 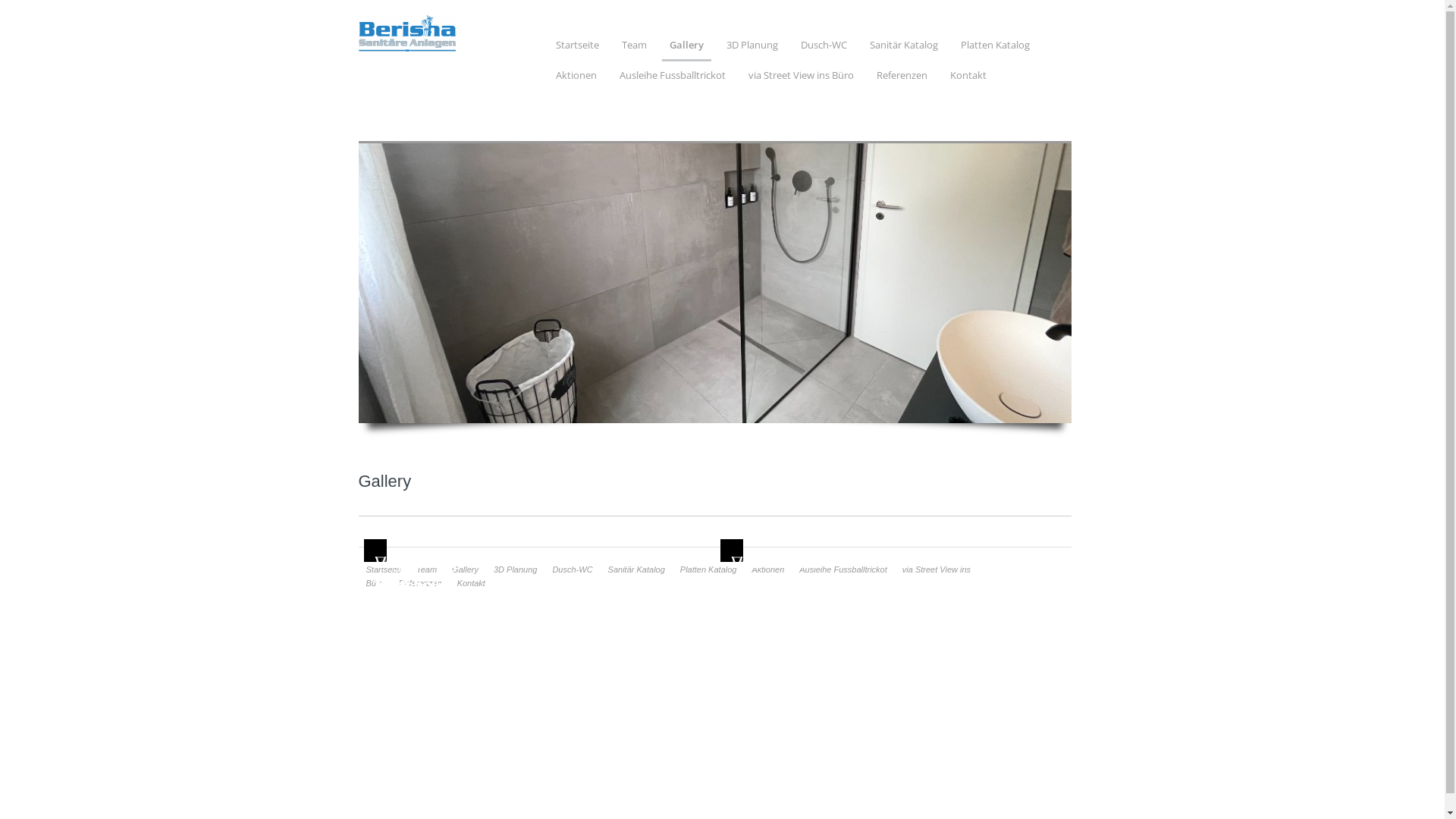 I want to click on 'Dusch-WC', so click(x=823, y=48).